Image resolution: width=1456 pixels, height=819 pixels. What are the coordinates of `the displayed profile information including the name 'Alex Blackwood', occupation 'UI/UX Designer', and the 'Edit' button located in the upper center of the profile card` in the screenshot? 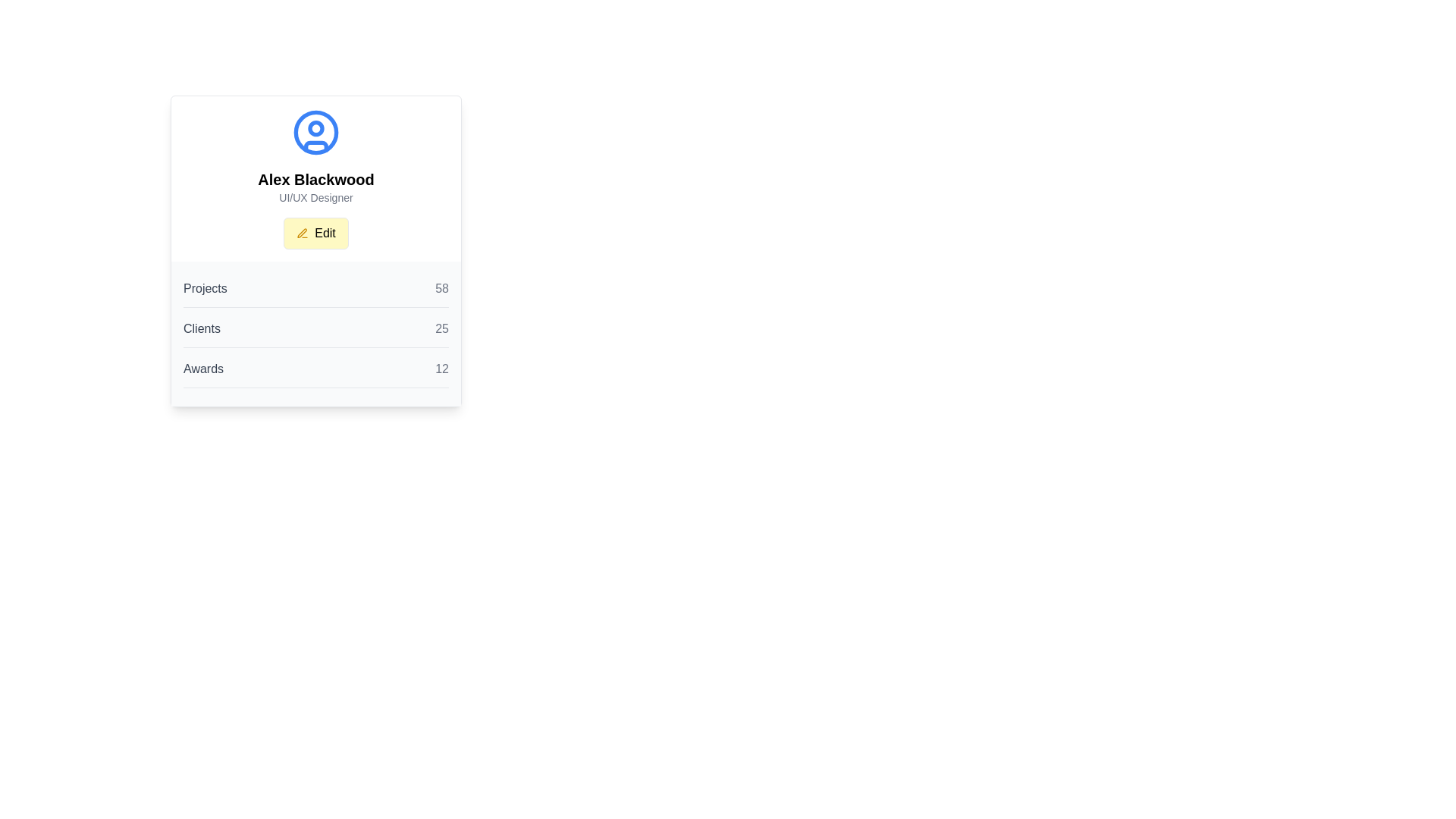 It's located at (315, 209).